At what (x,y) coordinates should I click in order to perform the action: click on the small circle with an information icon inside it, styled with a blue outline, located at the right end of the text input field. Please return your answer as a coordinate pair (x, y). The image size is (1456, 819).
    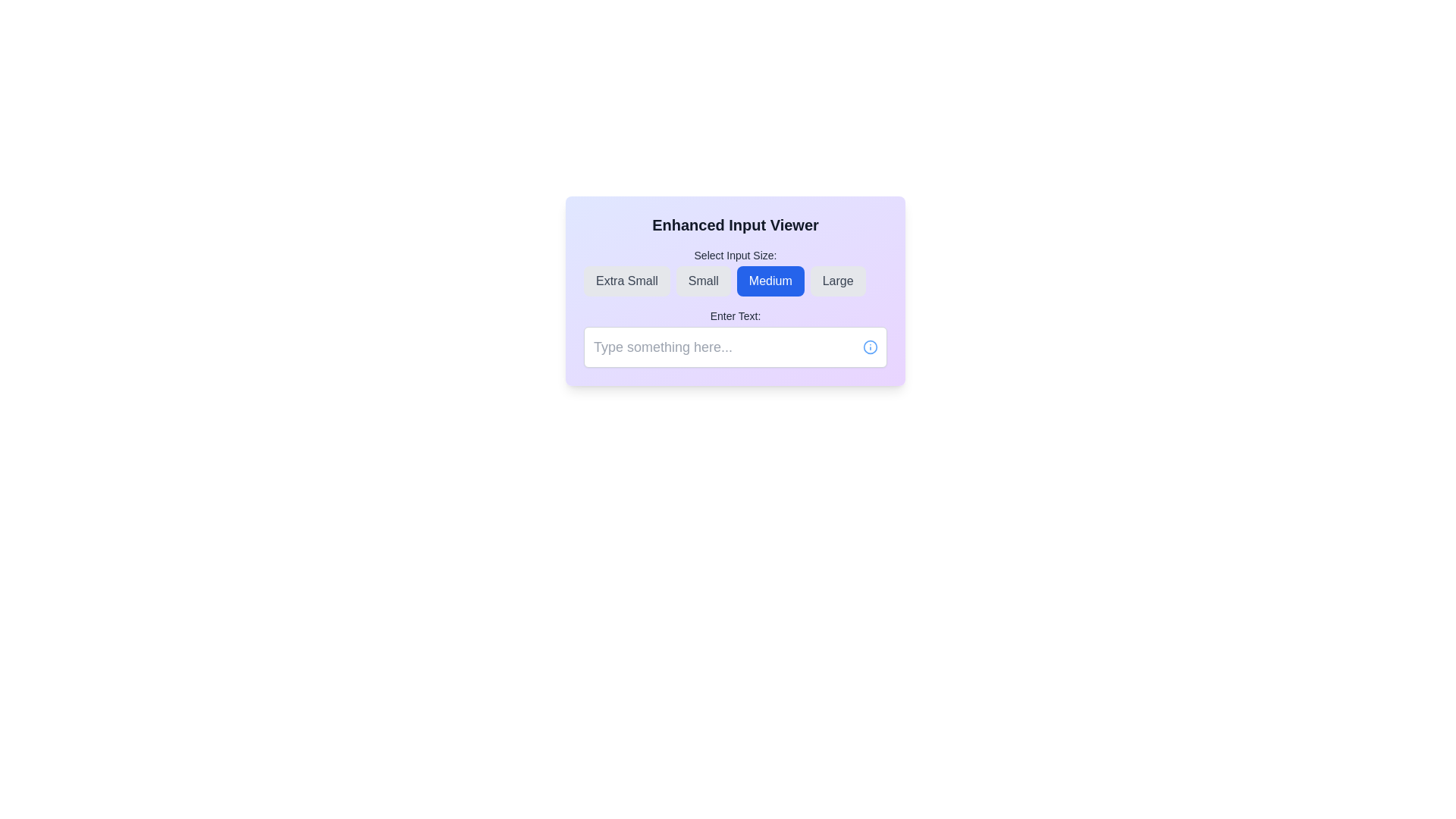
    Looking at the image, I should click on (870, 347).